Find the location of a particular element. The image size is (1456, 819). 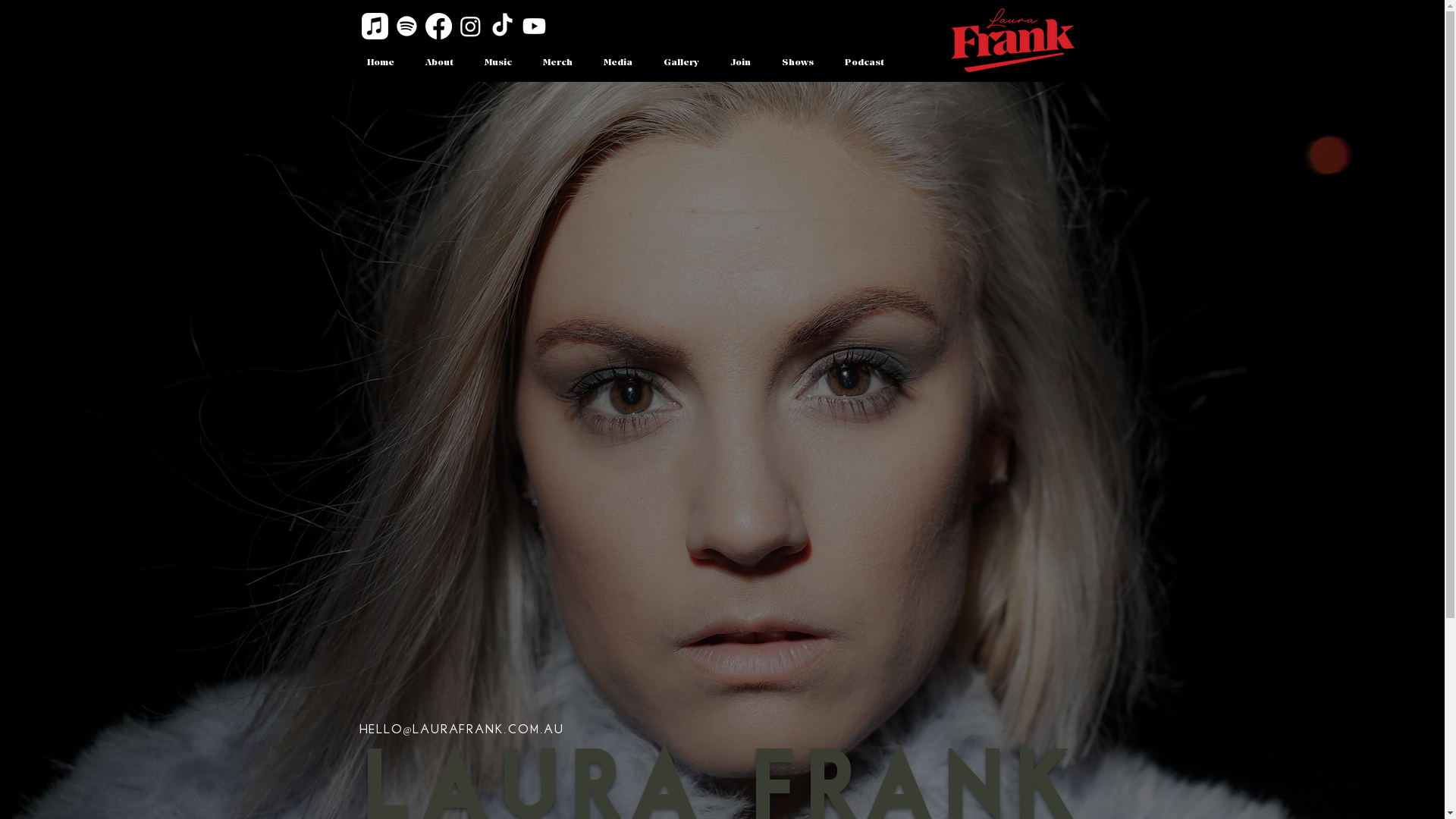

'Music' is located at coordinates (468, 62).